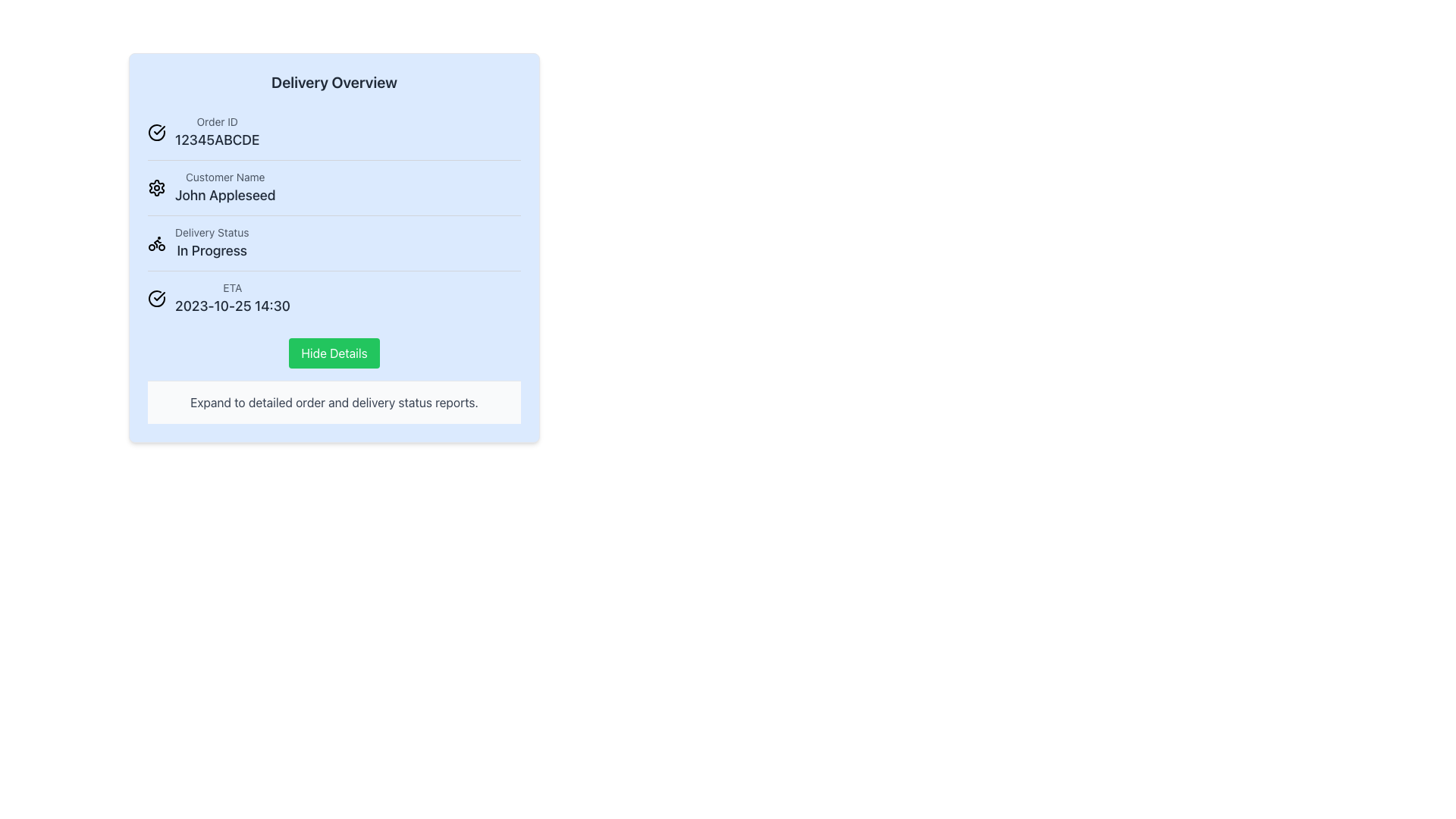 The image size is (1456, 819). Describe the element at coordinates (211, 233) in the screenshot. I see `the non-interactive text label that serves as a heading for the status information displayed below it, located above the 'ETA' field and below the 'Customer Name' field` at that location.